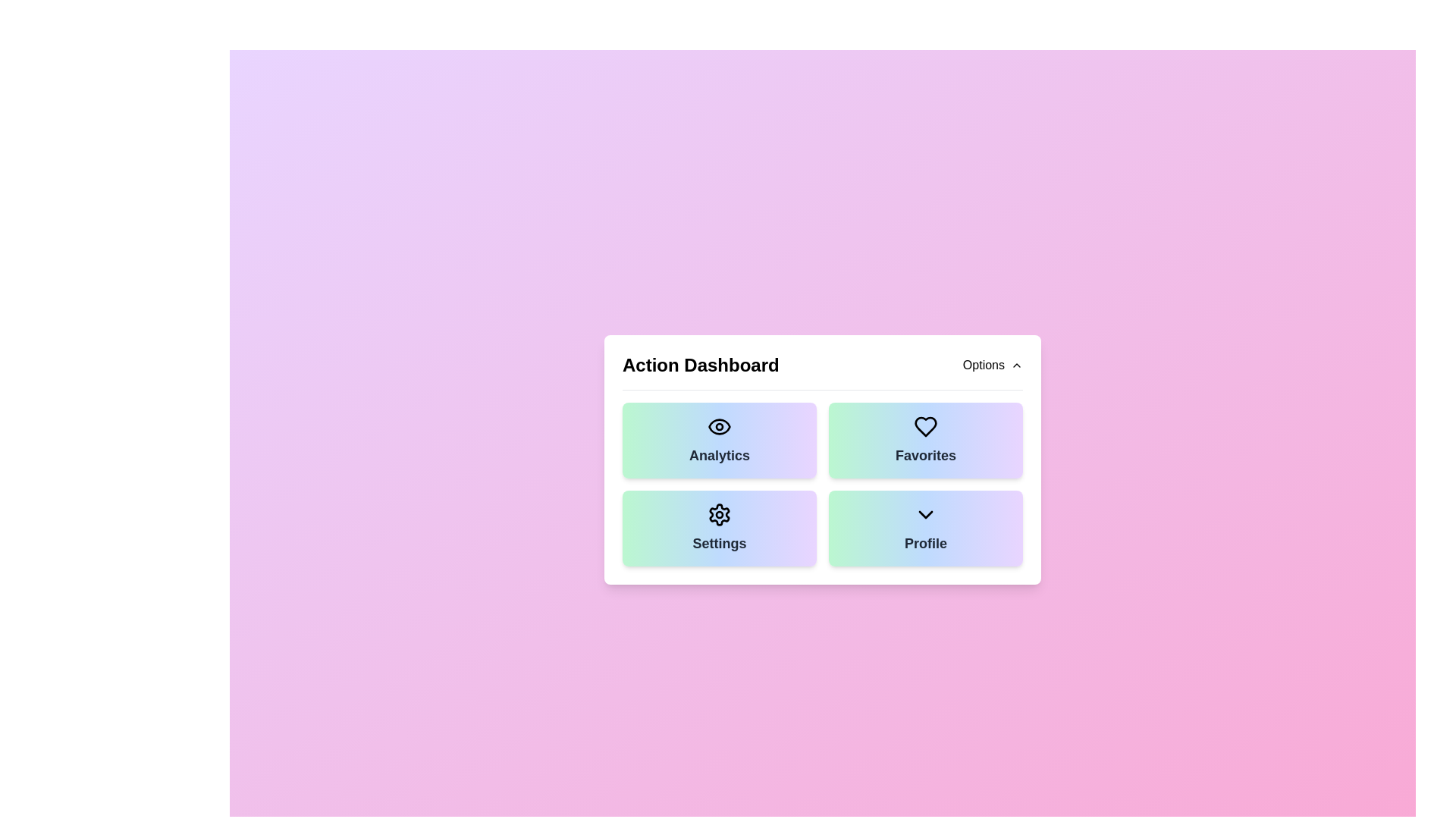 This screenshot has width=1456, height=819. I want to click on the downward-facing chevron icon representing a dropdown menu in the 'Options' section of the Action Dashboard interface for potential visual feedback, so click(924, 513).